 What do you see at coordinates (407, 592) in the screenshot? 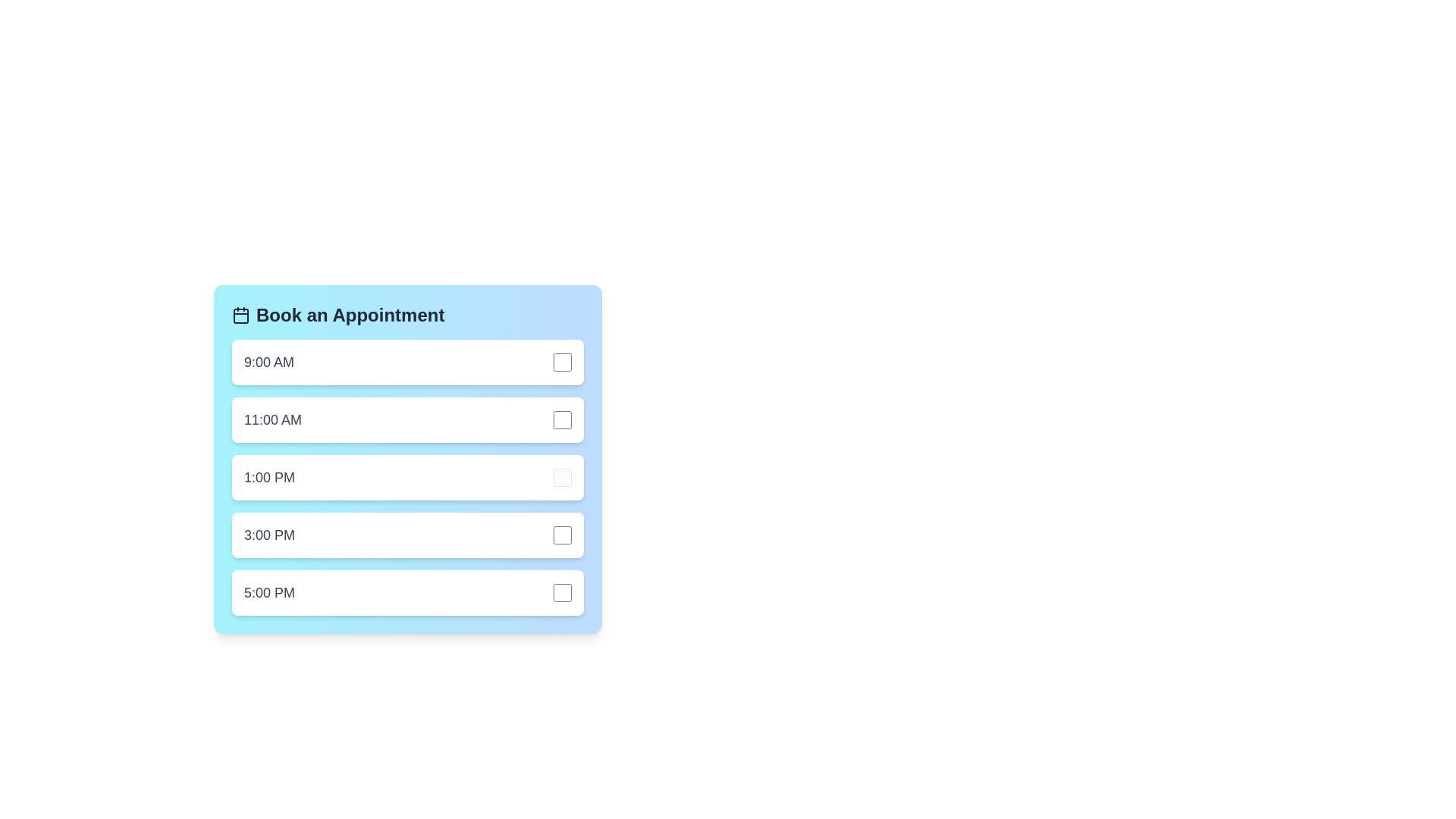
I see `the time slot for 5:00 PM` at bounding box center [407, 592].